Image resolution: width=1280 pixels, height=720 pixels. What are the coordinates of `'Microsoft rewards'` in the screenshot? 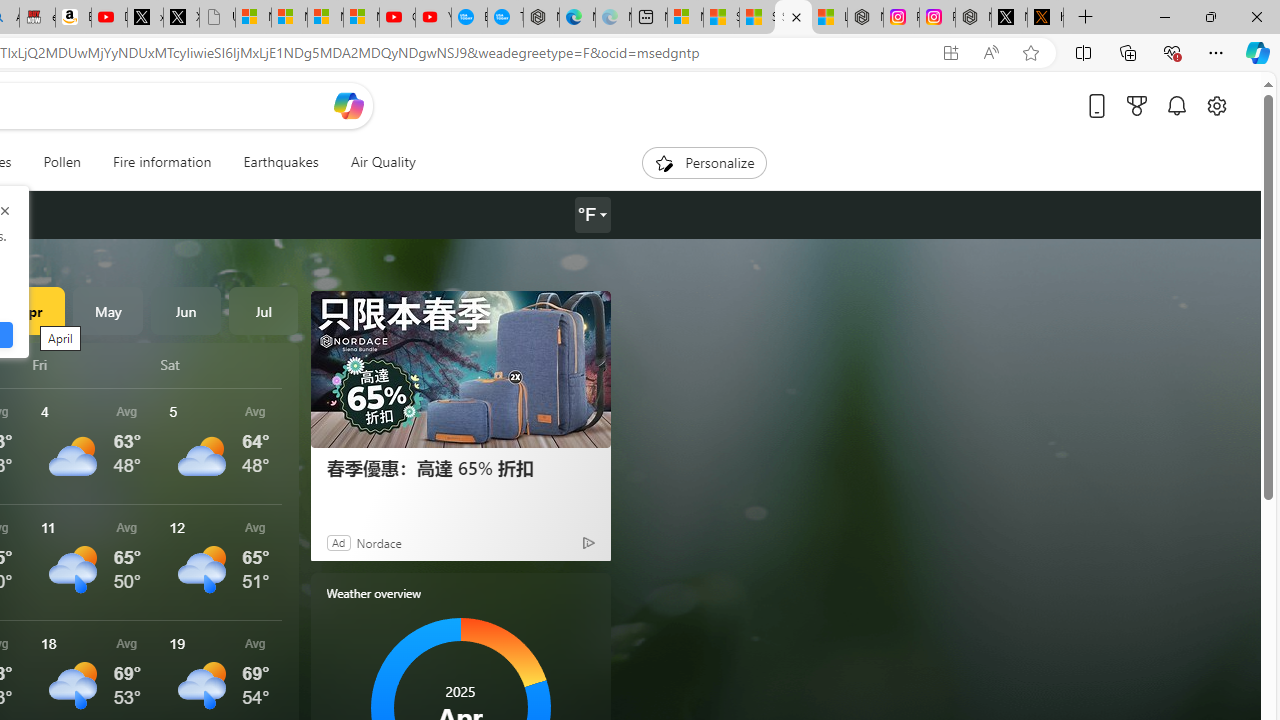 It's located at (1137, 105).